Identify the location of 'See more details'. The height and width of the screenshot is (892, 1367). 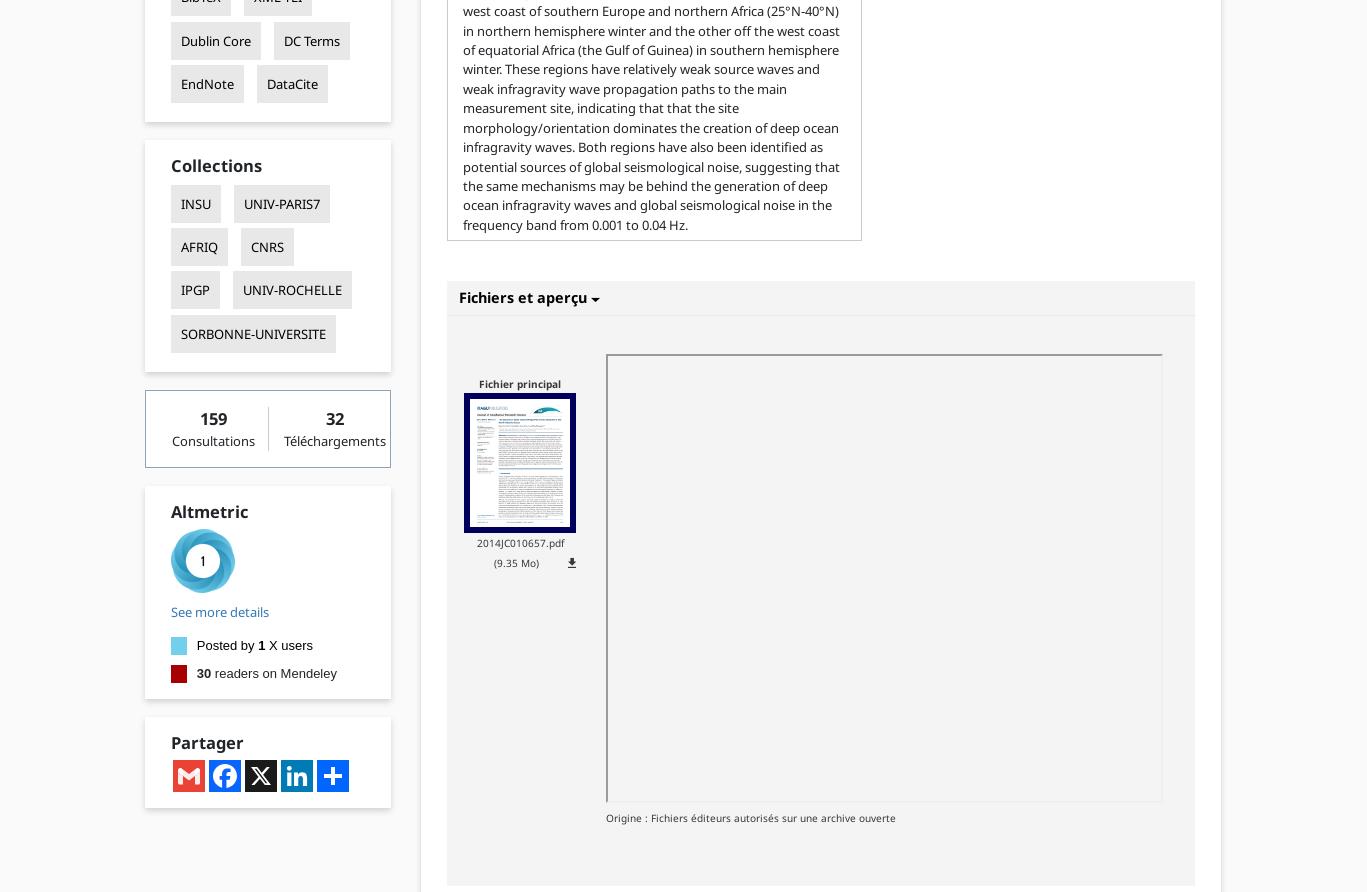
(217, 611).